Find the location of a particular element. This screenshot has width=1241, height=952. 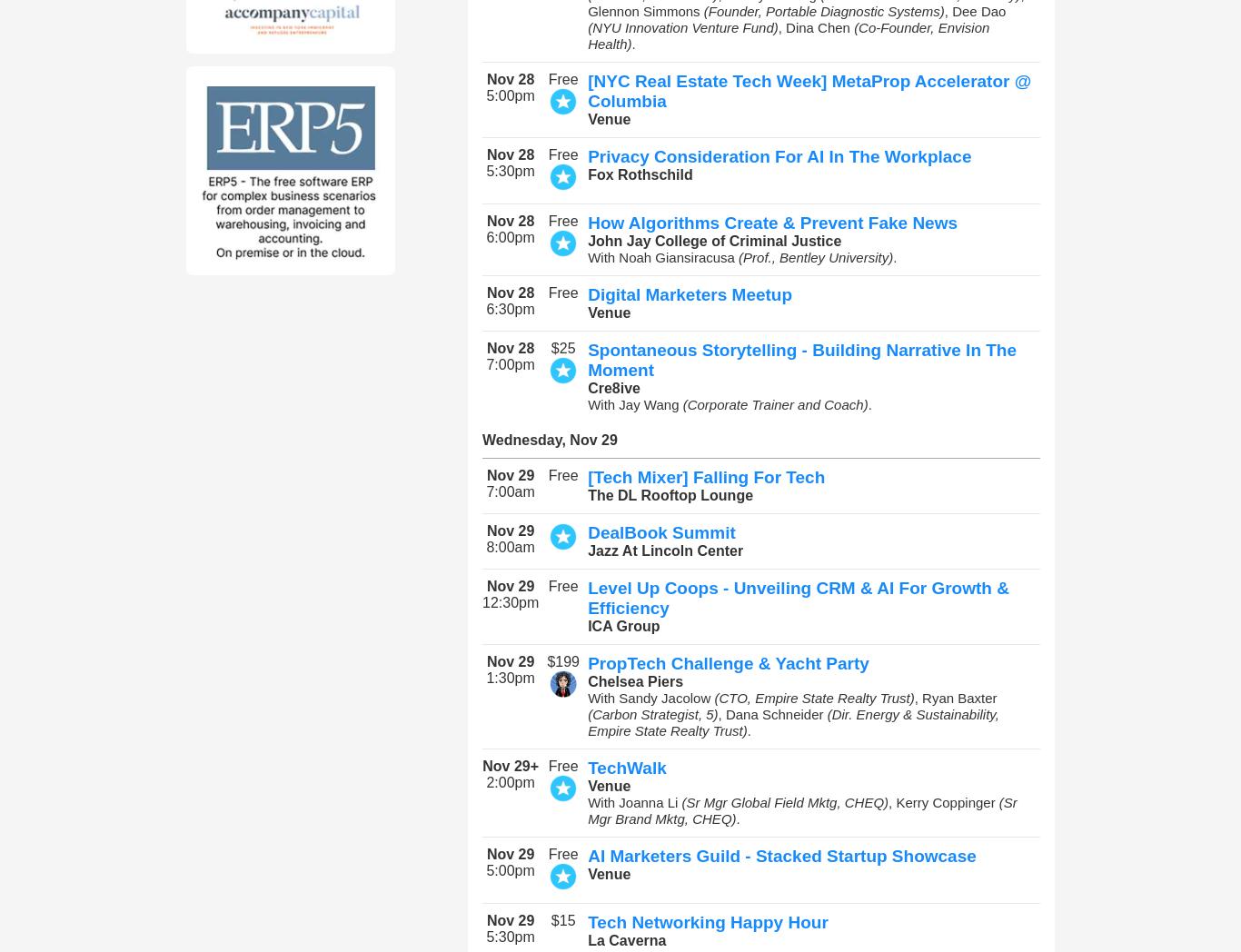

'Level Up Coops - Unveiling CRM & AI For Growth & Efficiency' is located at coordinates (797, 598).